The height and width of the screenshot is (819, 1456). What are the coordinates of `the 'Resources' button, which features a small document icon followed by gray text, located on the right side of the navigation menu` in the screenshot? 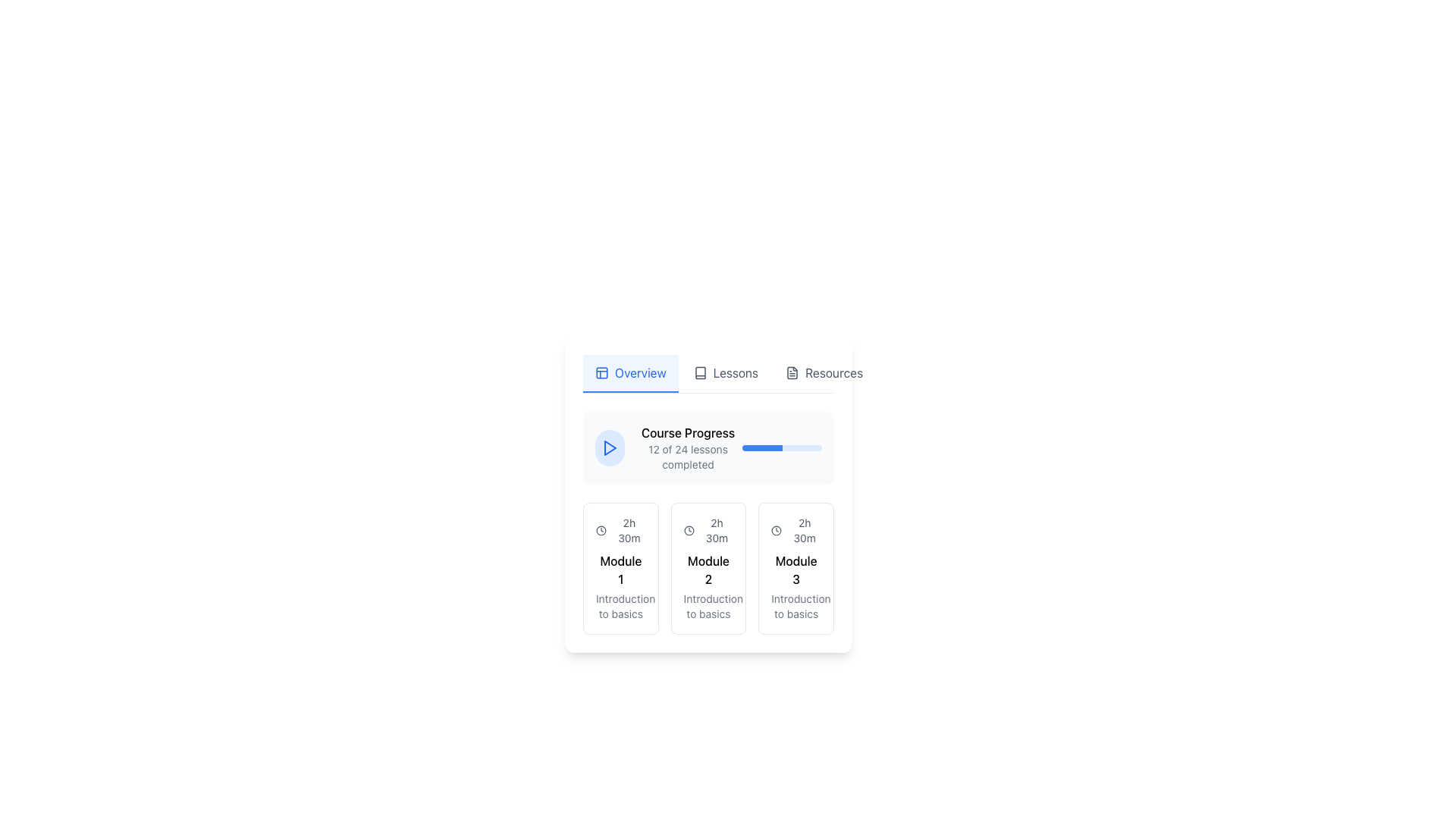 It's located at (824, 374).